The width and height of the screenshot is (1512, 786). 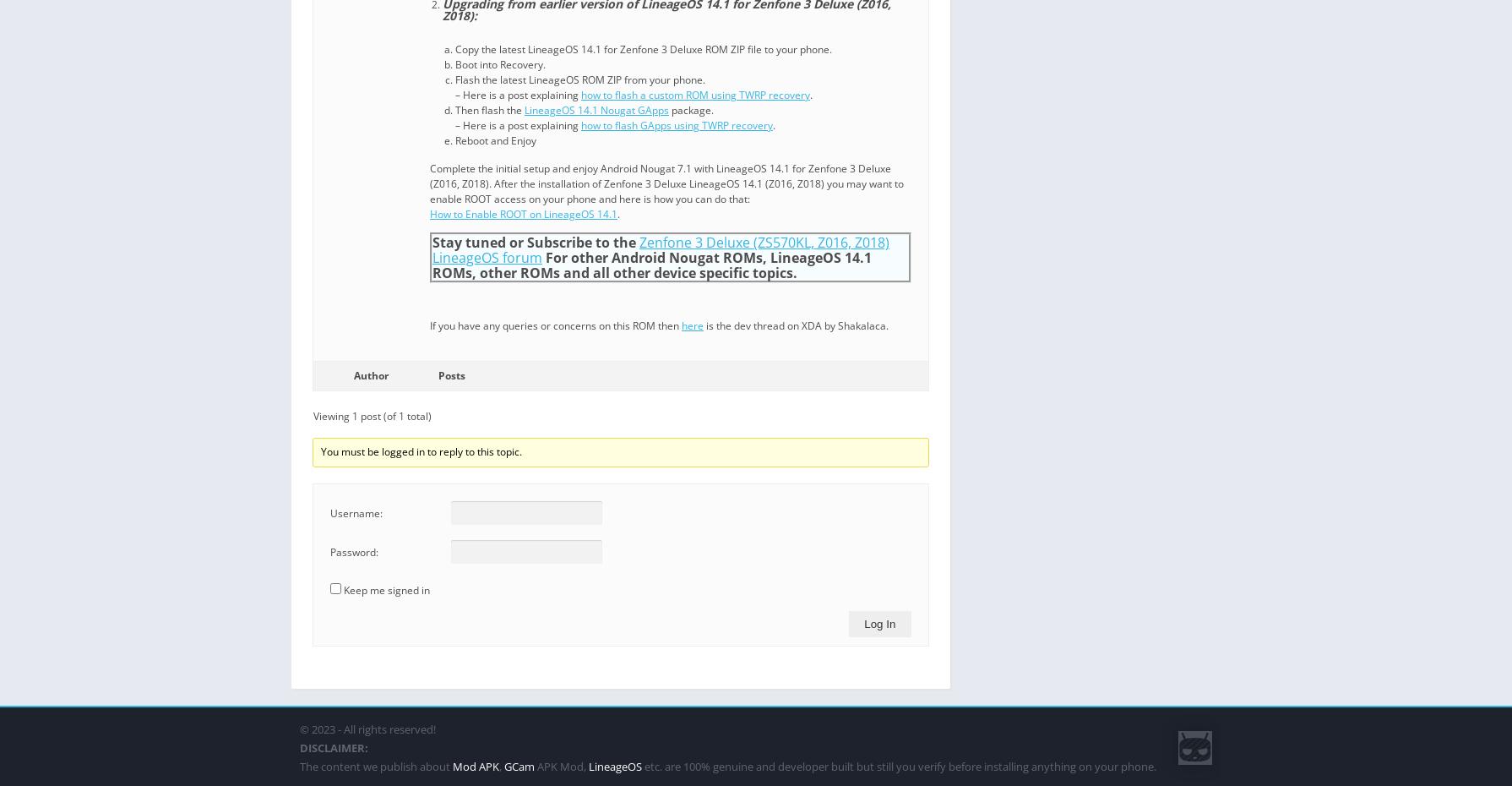 What do you see at coordinates (643, 48) in the screenshot?
I see `'Copy the latest LineageOS 14.1 for Zenfone 3 Deluxe ROM ZIP file to your phone.'` at bounding box center [643, 48].